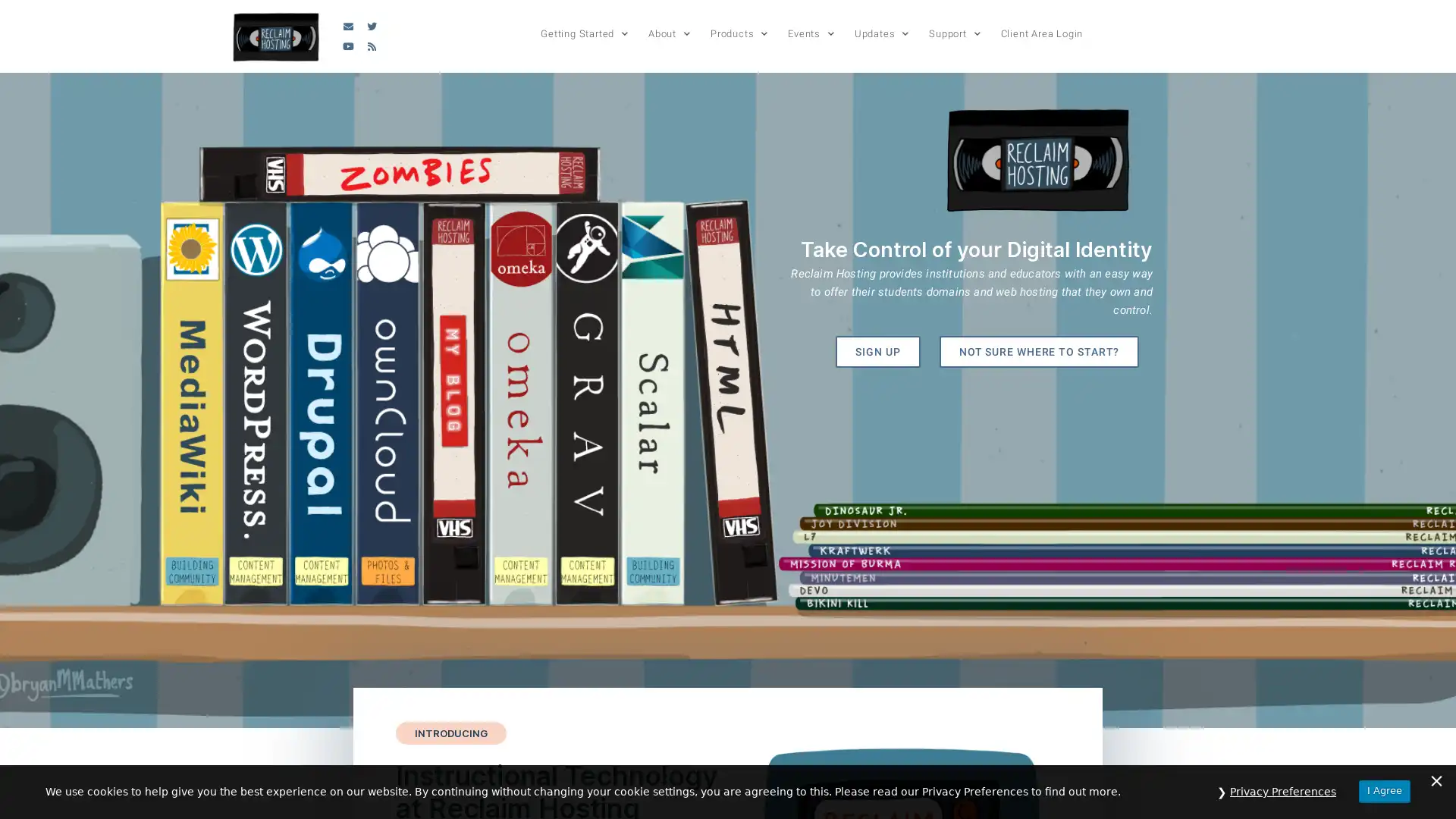  Describe the element at coordinates (1282, 791) in the screenshot. I see `Privacy Preferences` at that location.